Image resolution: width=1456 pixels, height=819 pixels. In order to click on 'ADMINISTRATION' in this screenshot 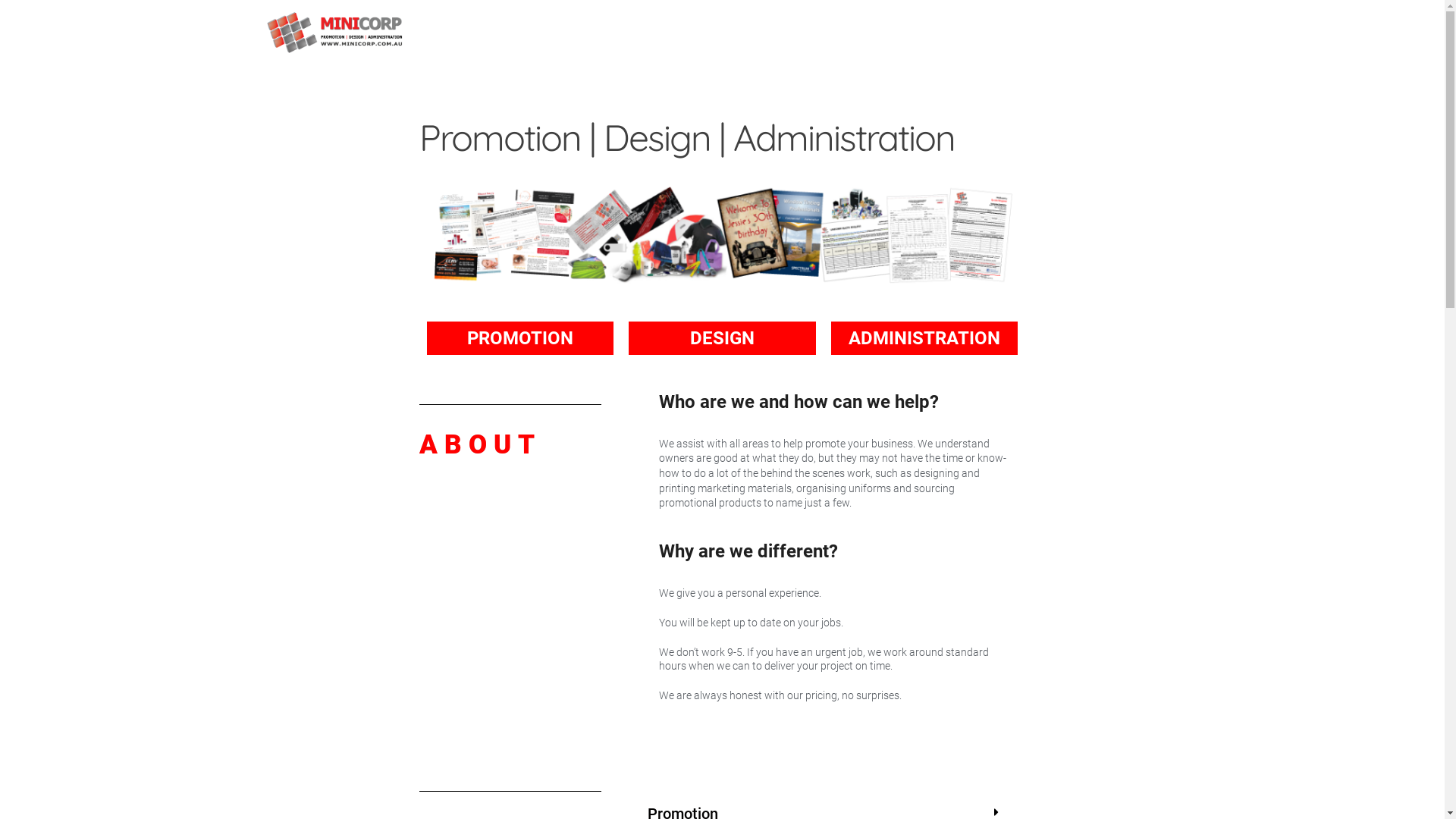, I will do `click(924, 337)`.